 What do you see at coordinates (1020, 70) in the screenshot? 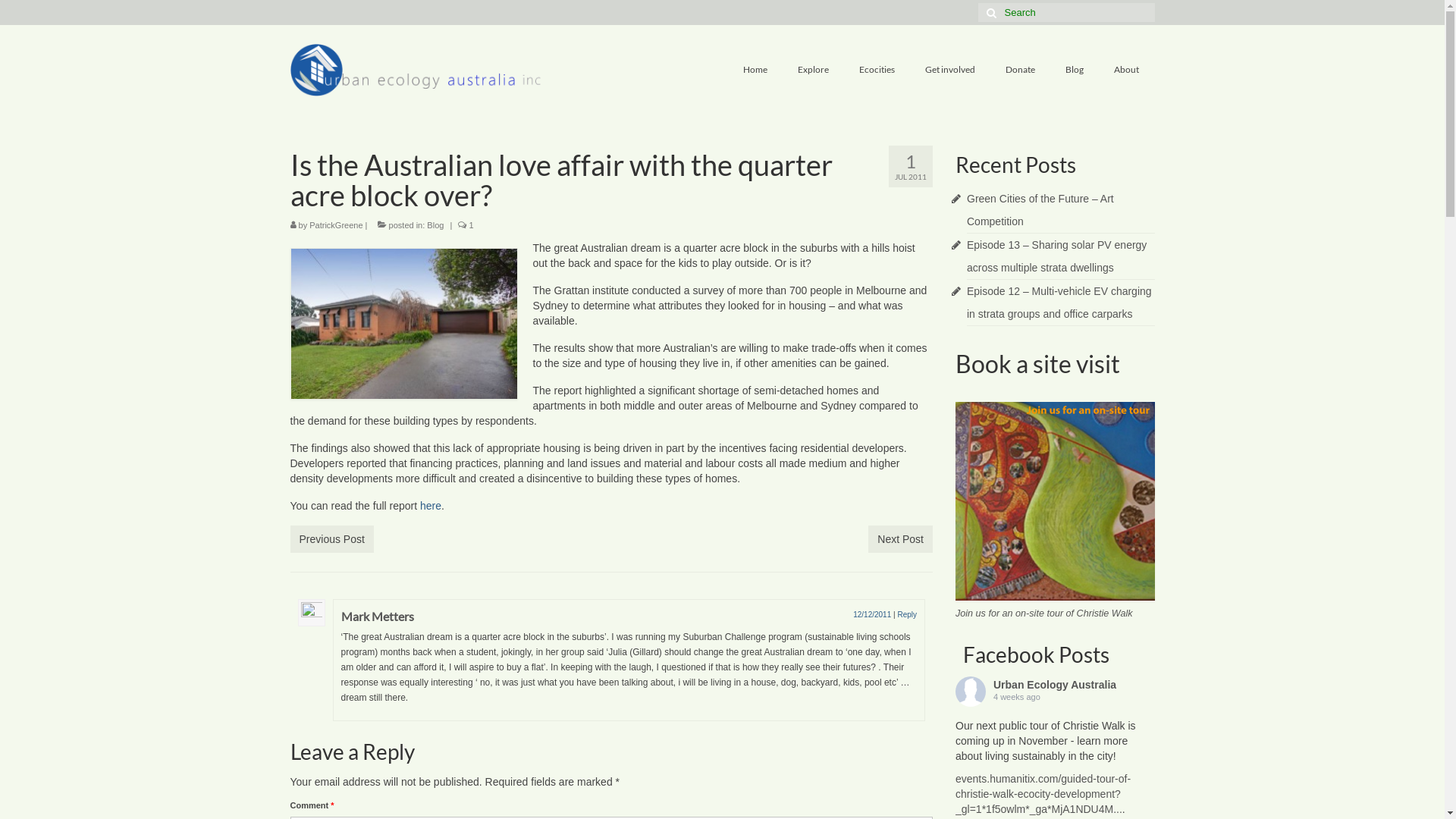
I see `'Donate'` at bounding box center [1020, 70].